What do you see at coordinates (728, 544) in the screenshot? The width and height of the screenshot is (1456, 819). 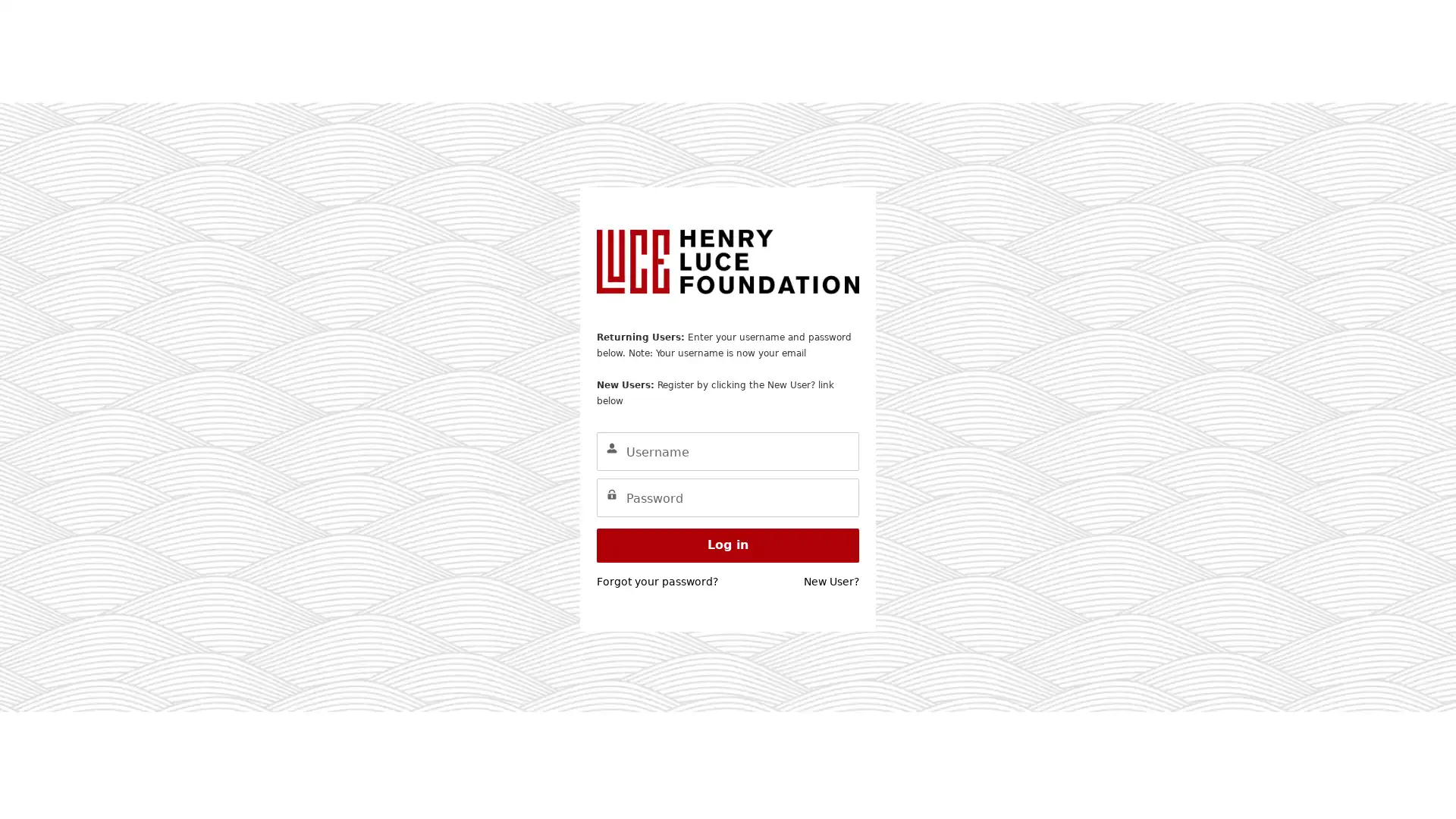 I see `Log in` at bounding box center [728, 544].